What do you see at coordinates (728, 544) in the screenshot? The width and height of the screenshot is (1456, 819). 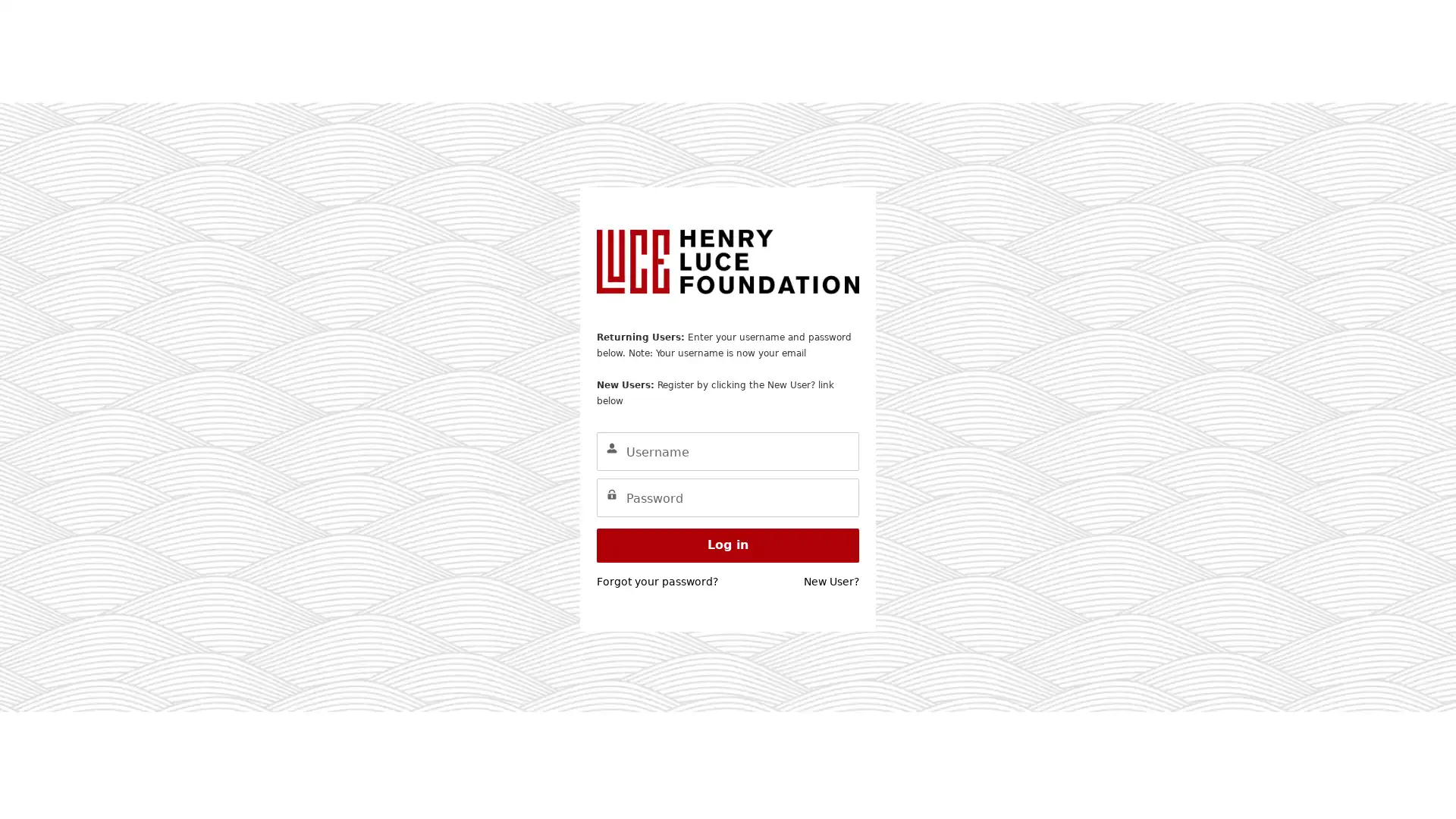 I see `Log in` at bounding box center [728, 544].